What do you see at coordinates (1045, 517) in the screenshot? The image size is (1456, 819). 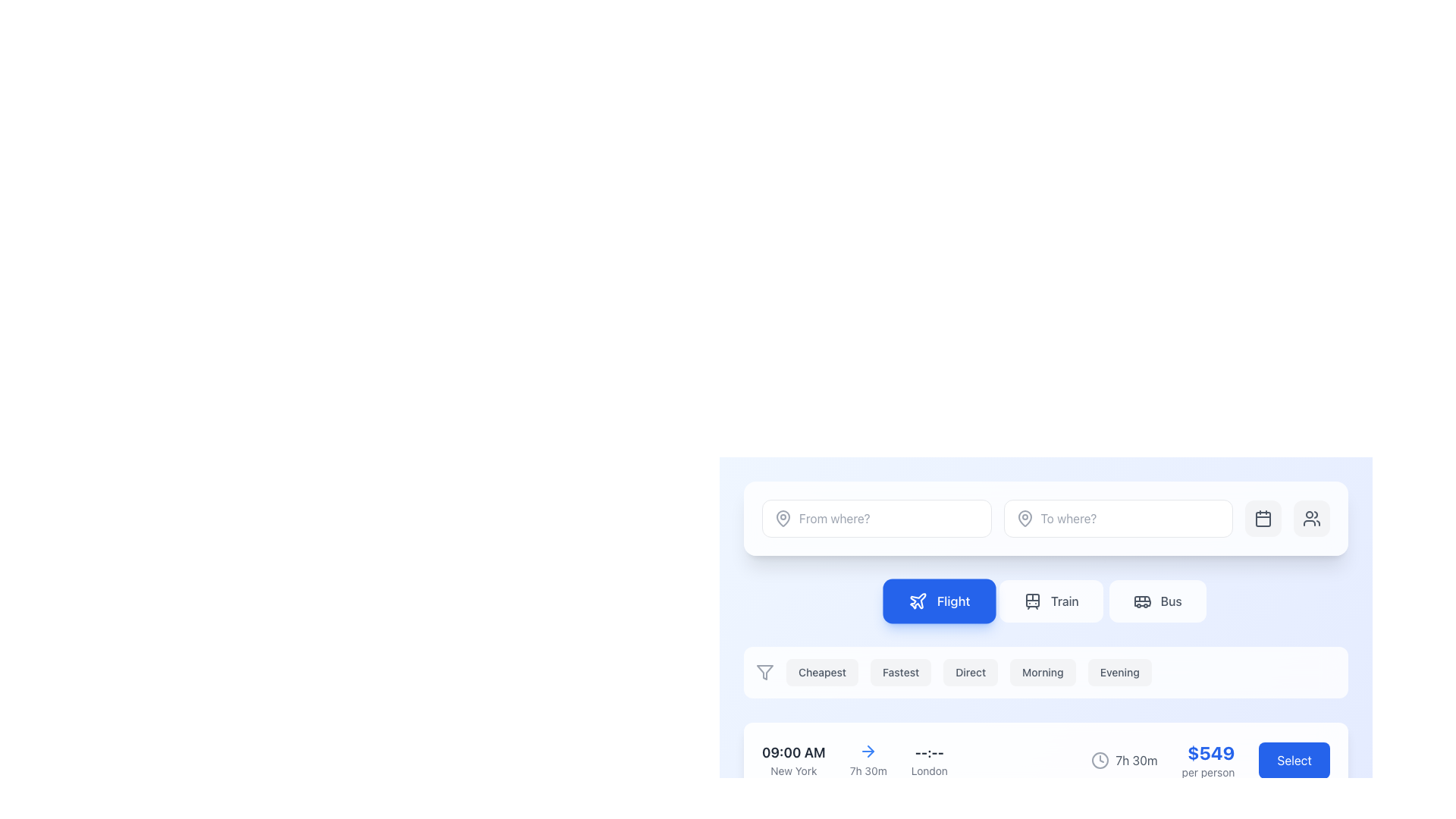 I see `the composite input form` at bounding box center [1045, 517].